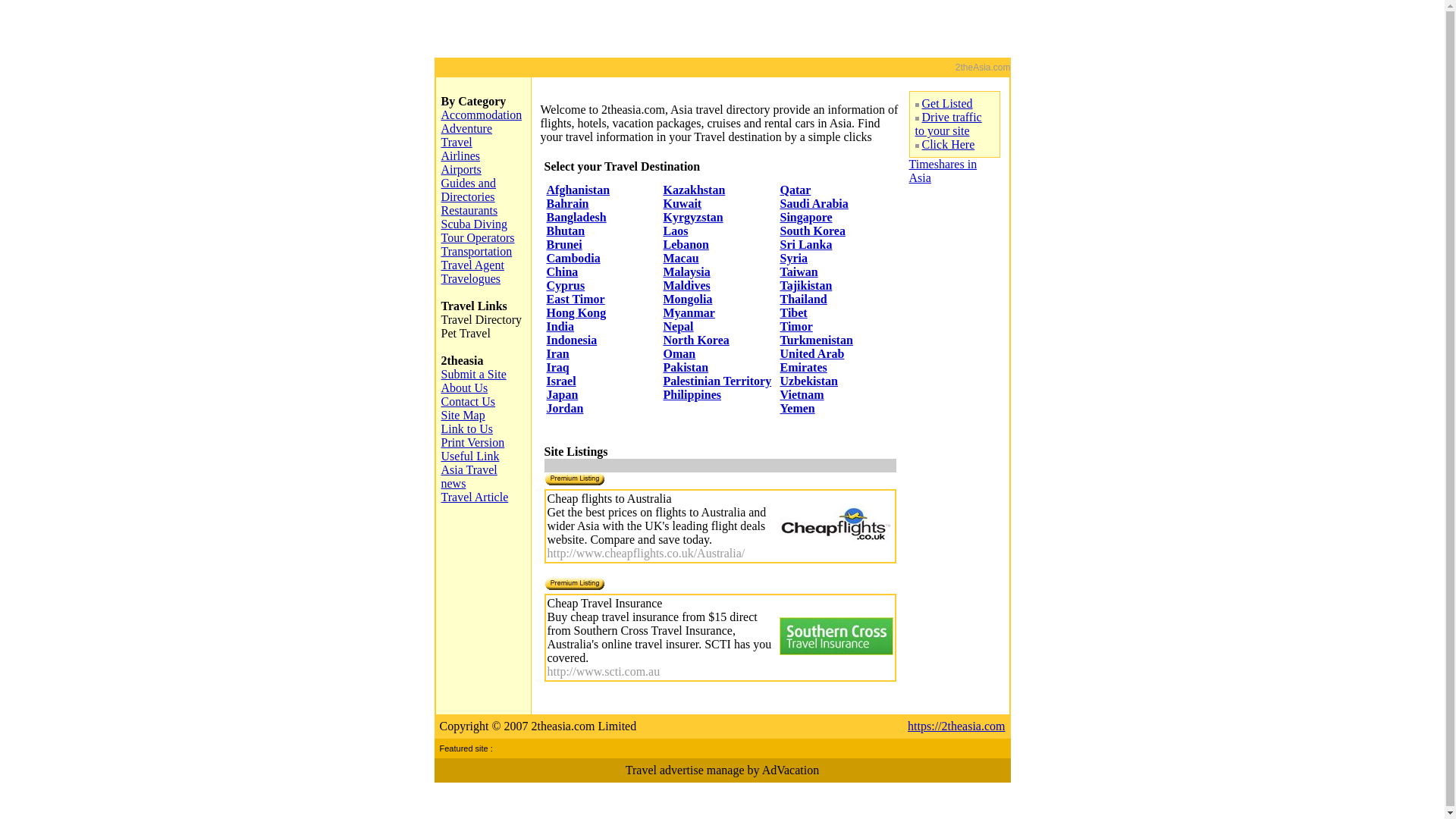 The width and height of the screenshot is (1456, 819). Describe the element at coordinates (792, 312) in the screenshot. I see `'Tibet'` at that location.